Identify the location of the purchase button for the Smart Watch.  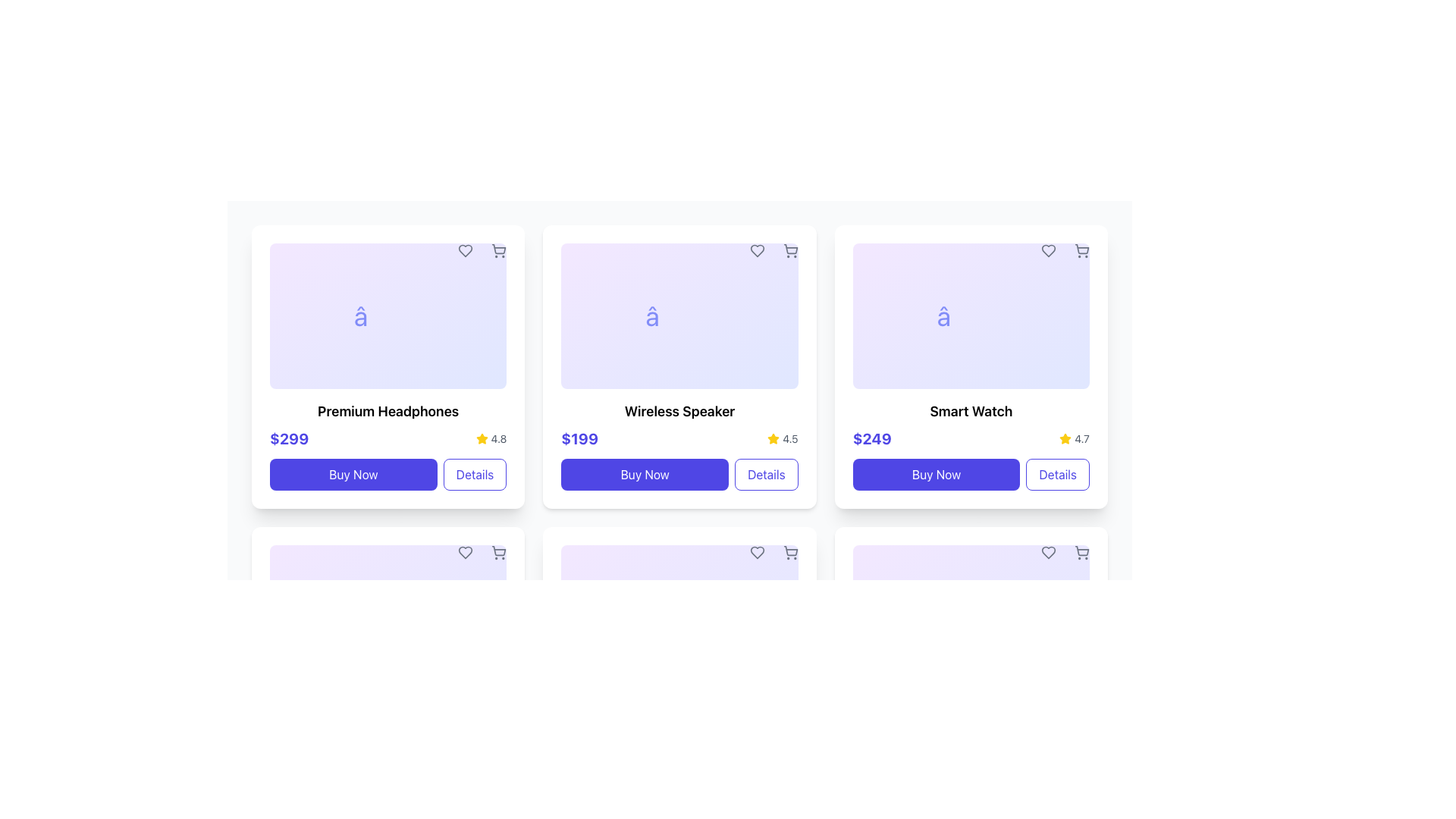
(935, 473).